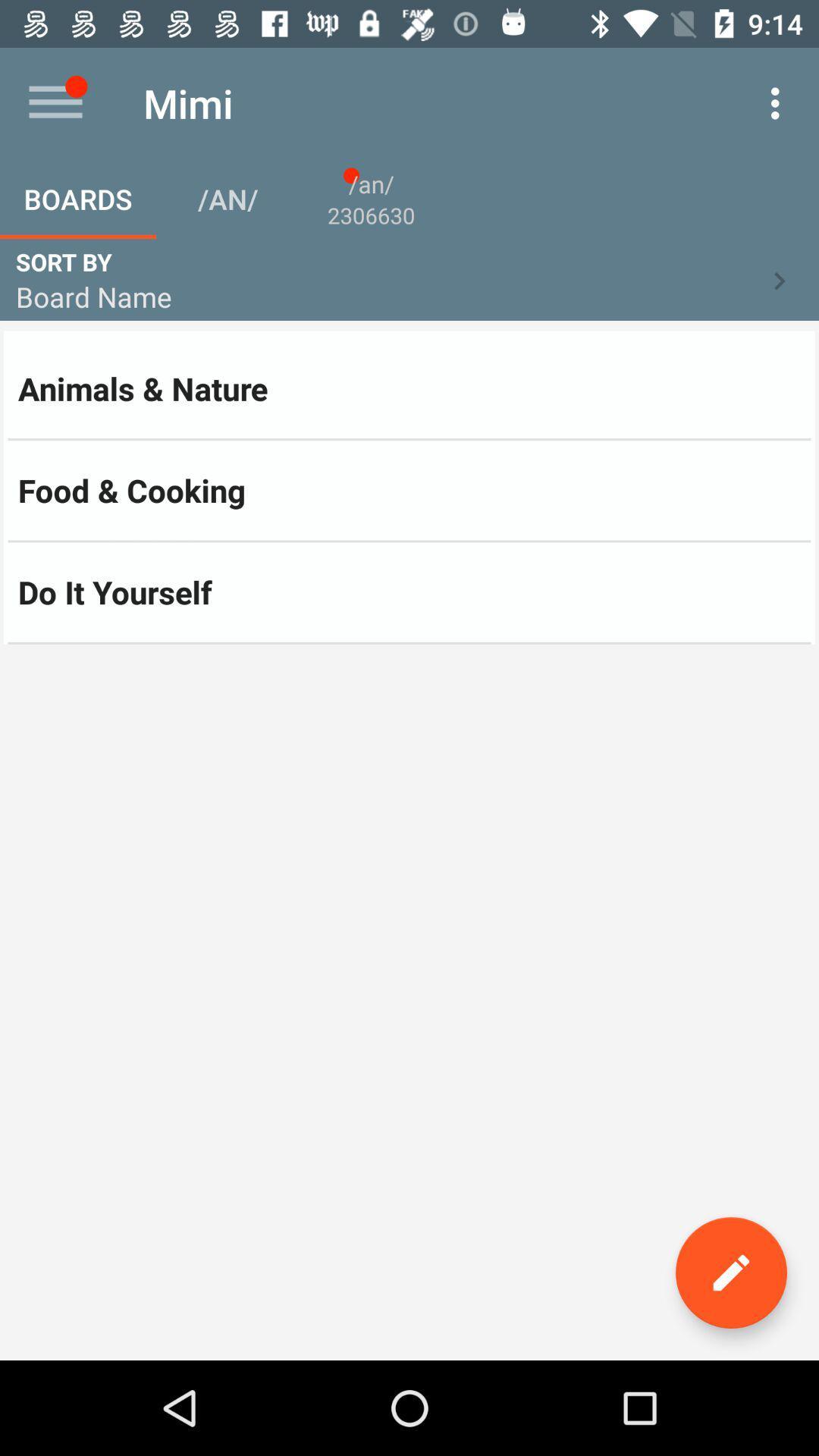  What do you see at coordinates (55, 102) in the screenshot?
I see `menu` at bounding box center [55, 102].